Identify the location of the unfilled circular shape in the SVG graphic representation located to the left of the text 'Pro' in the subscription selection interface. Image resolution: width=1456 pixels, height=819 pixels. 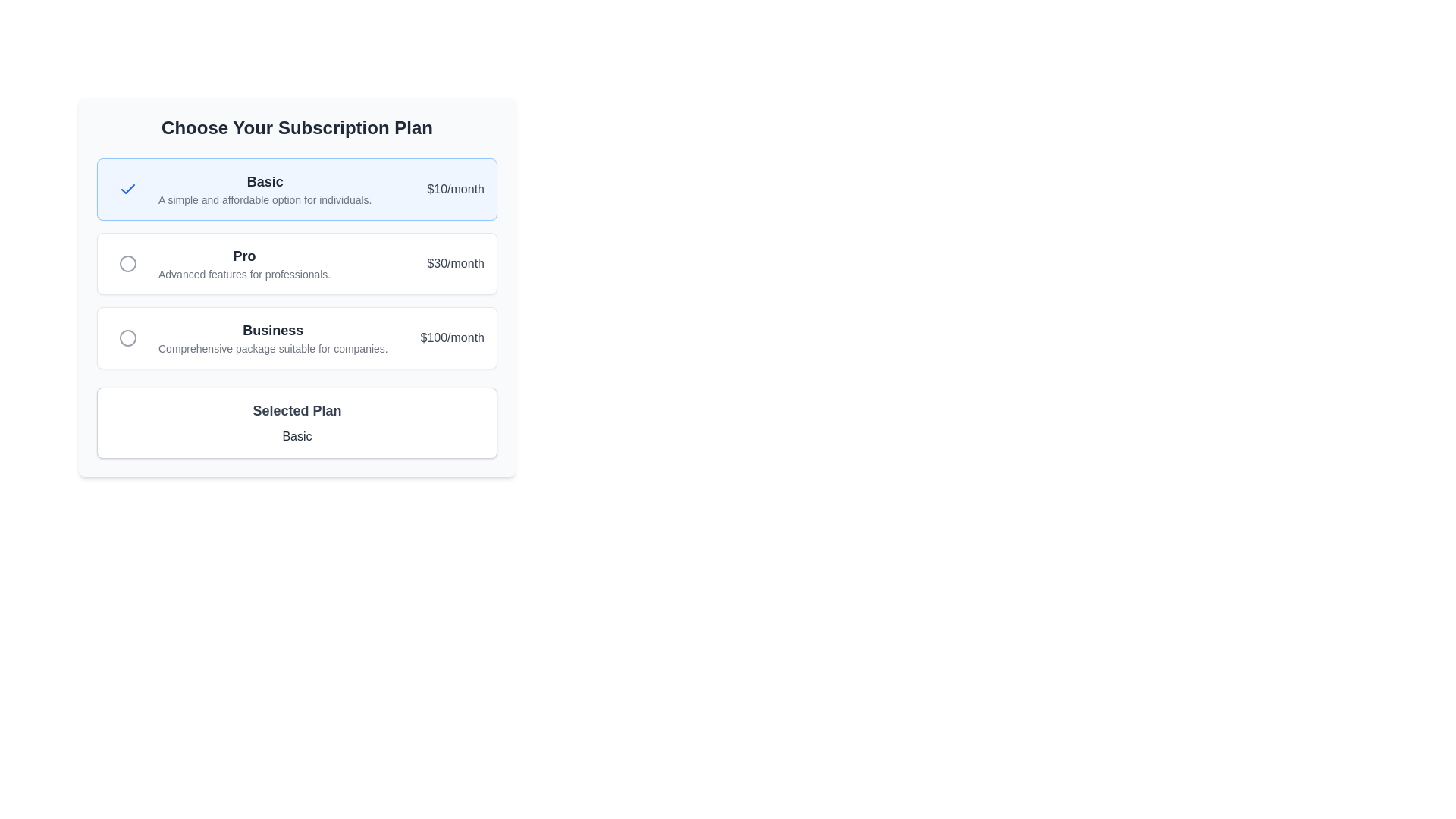
(127, 262).